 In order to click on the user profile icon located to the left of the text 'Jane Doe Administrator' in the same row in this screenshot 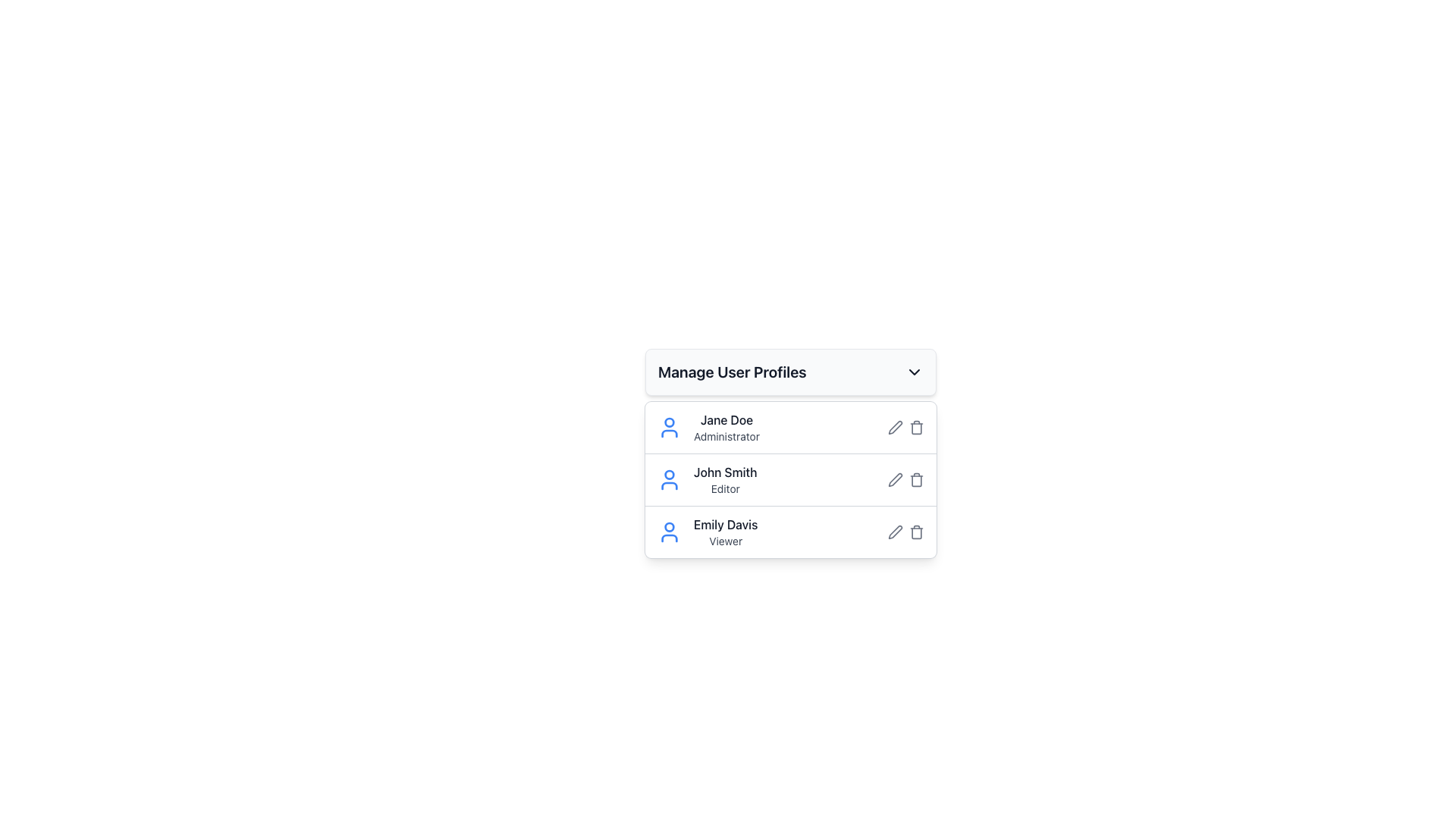, I will do `click(669, 427)`.